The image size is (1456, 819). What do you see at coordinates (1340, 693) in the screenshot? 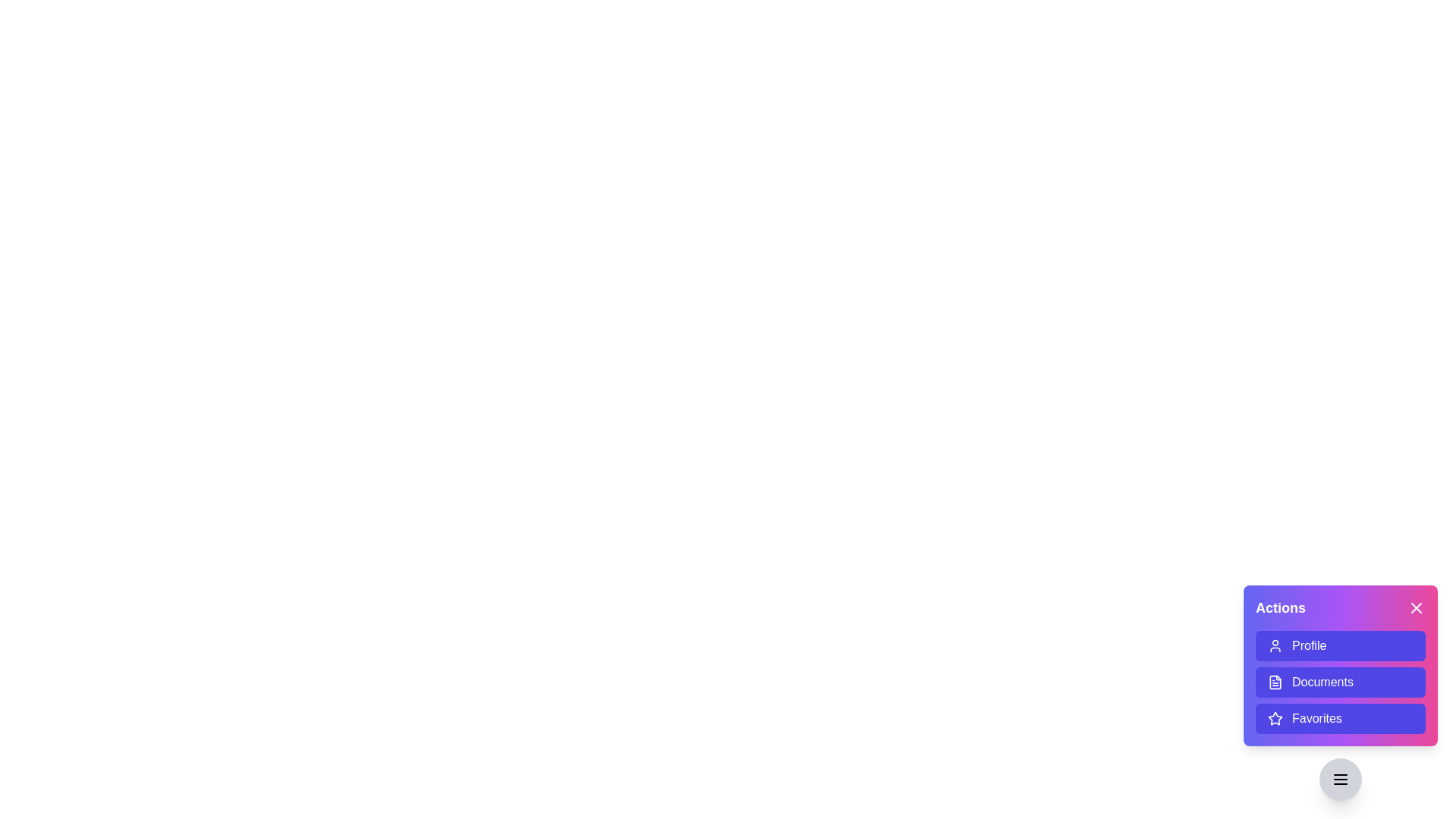
I see `the 'Documents' button with a blue background and white text` at bounding box center [1340, 693].